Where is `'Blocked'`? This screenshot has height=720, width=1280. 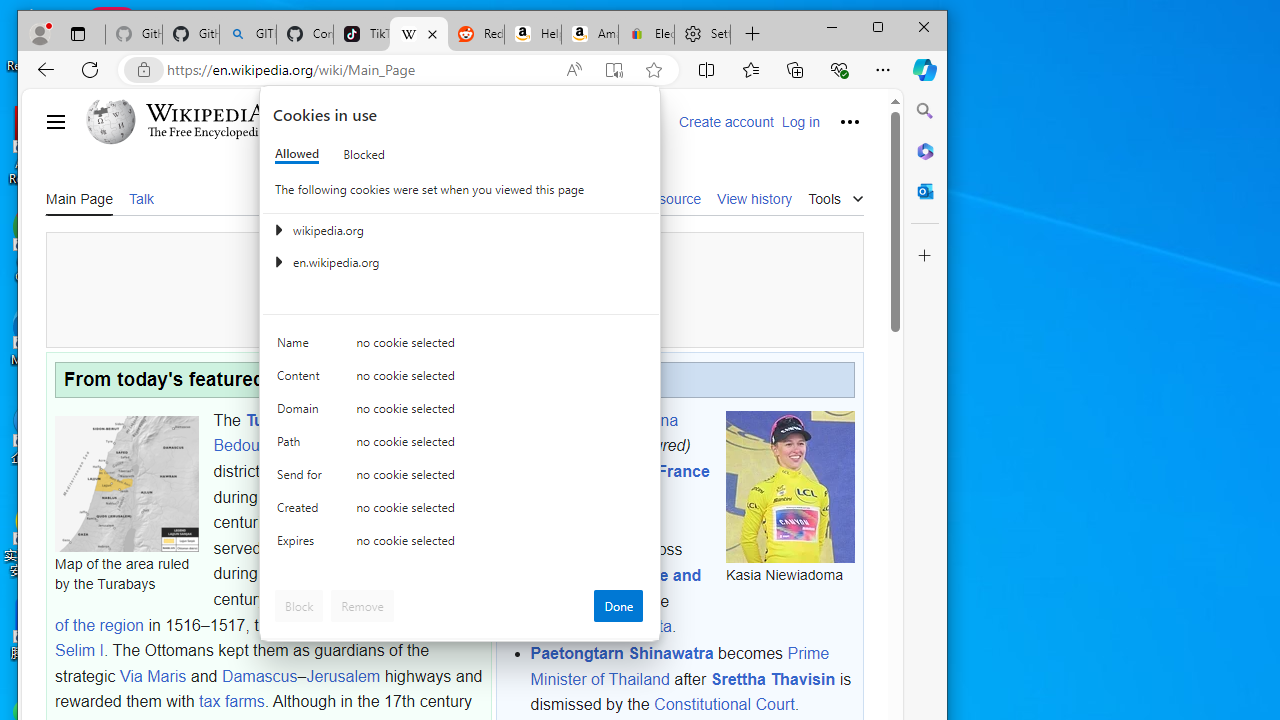
'Blocked' is located at coordinates (364, 153).